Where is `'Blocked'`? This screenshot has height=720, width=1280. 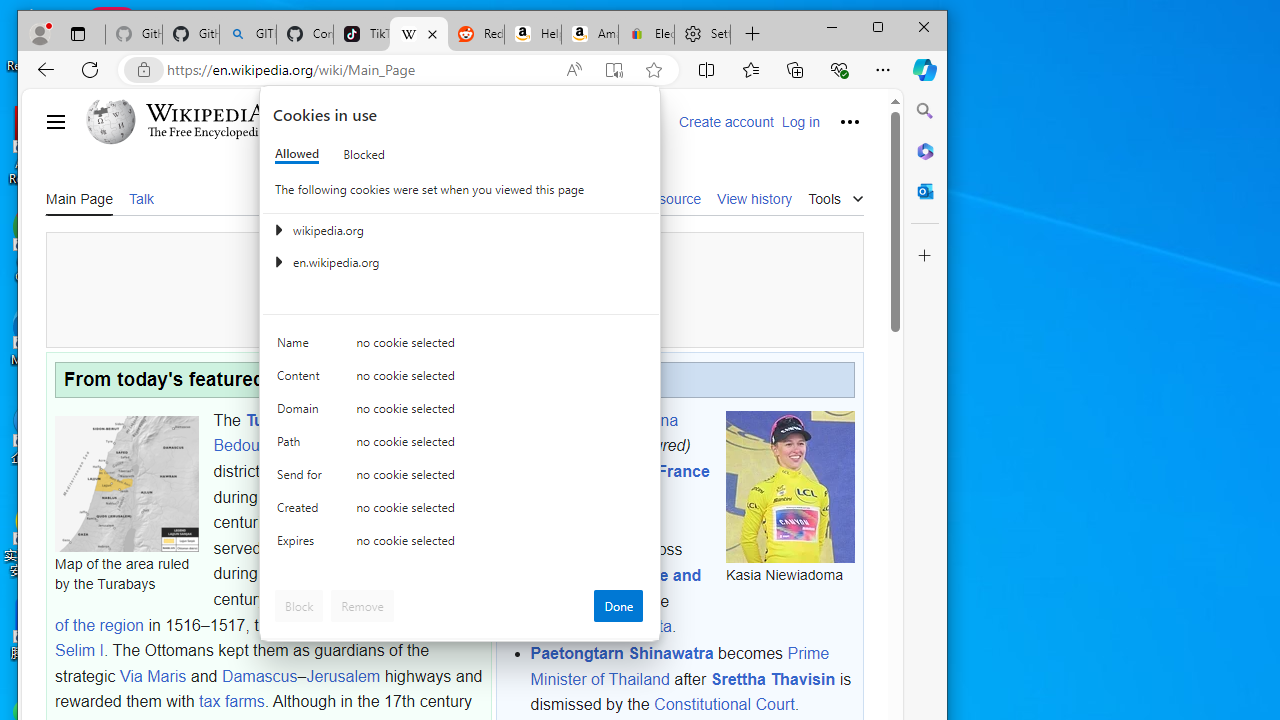
'Blocked' is located at coordinates (364, 153).